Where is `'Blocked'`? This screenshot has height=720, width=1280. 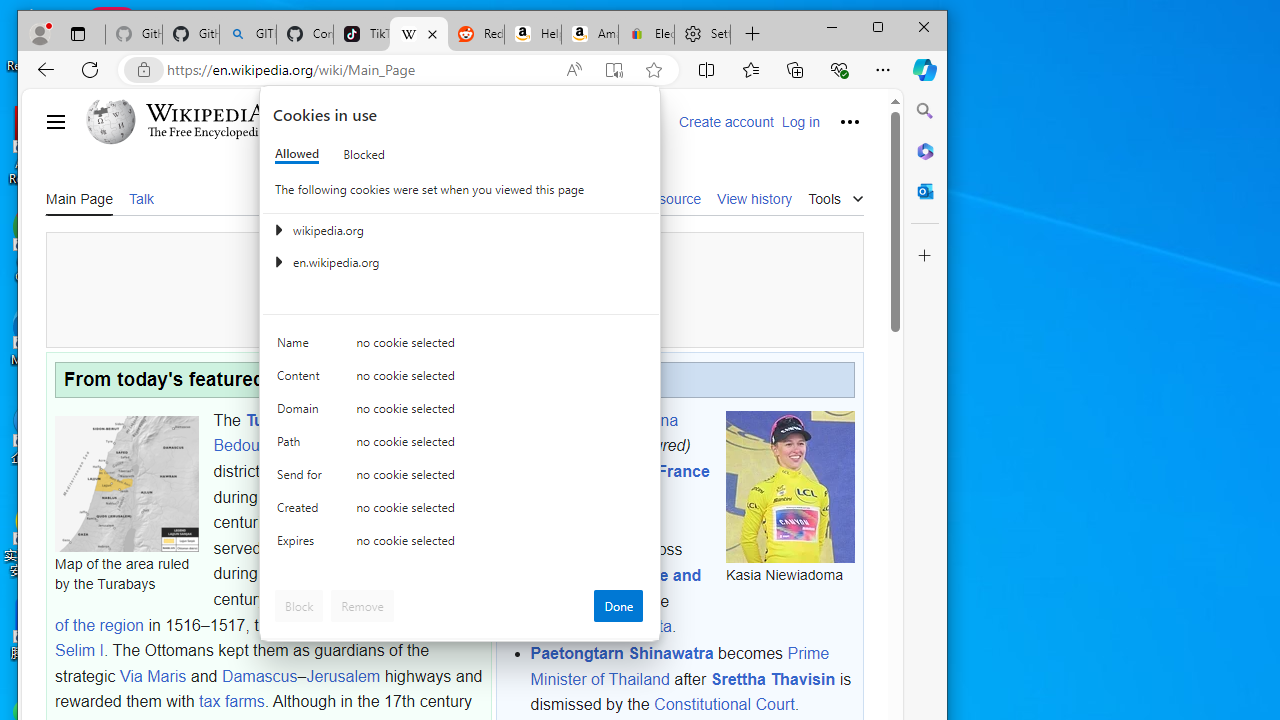
'Blocked' is located at coordinates (364, 153).